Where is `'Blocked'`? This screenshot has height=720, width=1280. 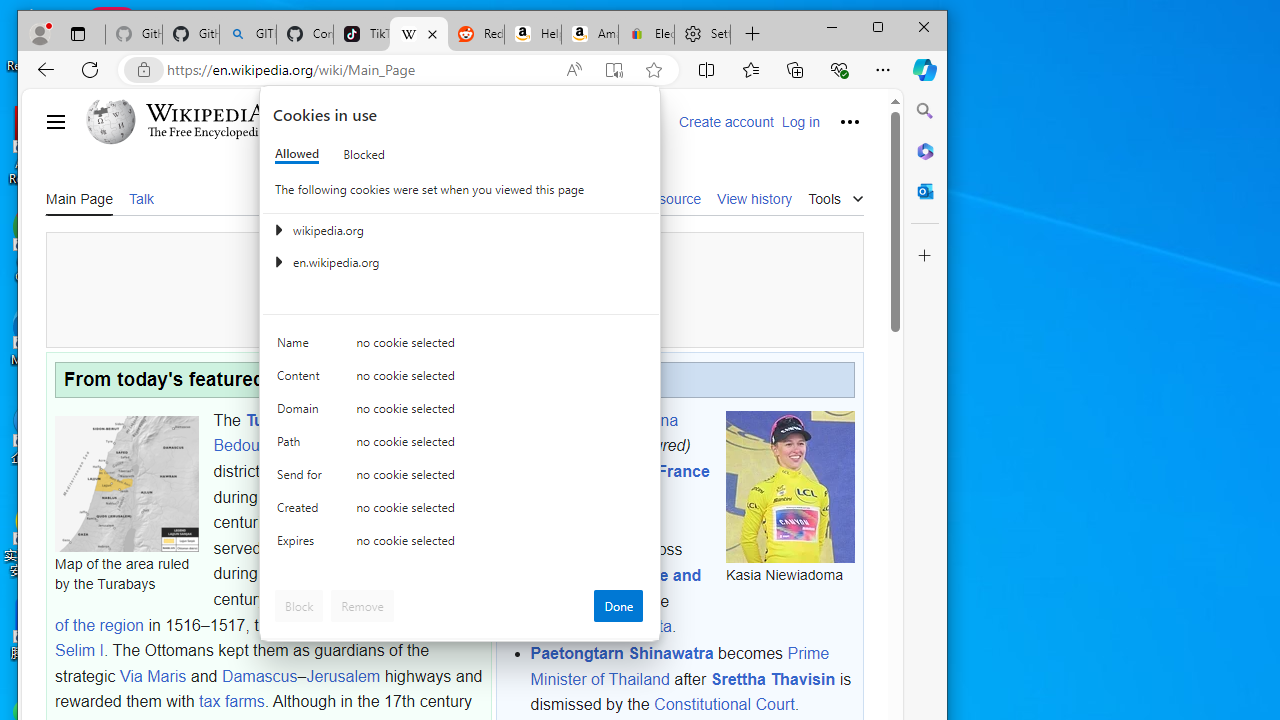
'Blocked' is located at coordinates (364, 153).